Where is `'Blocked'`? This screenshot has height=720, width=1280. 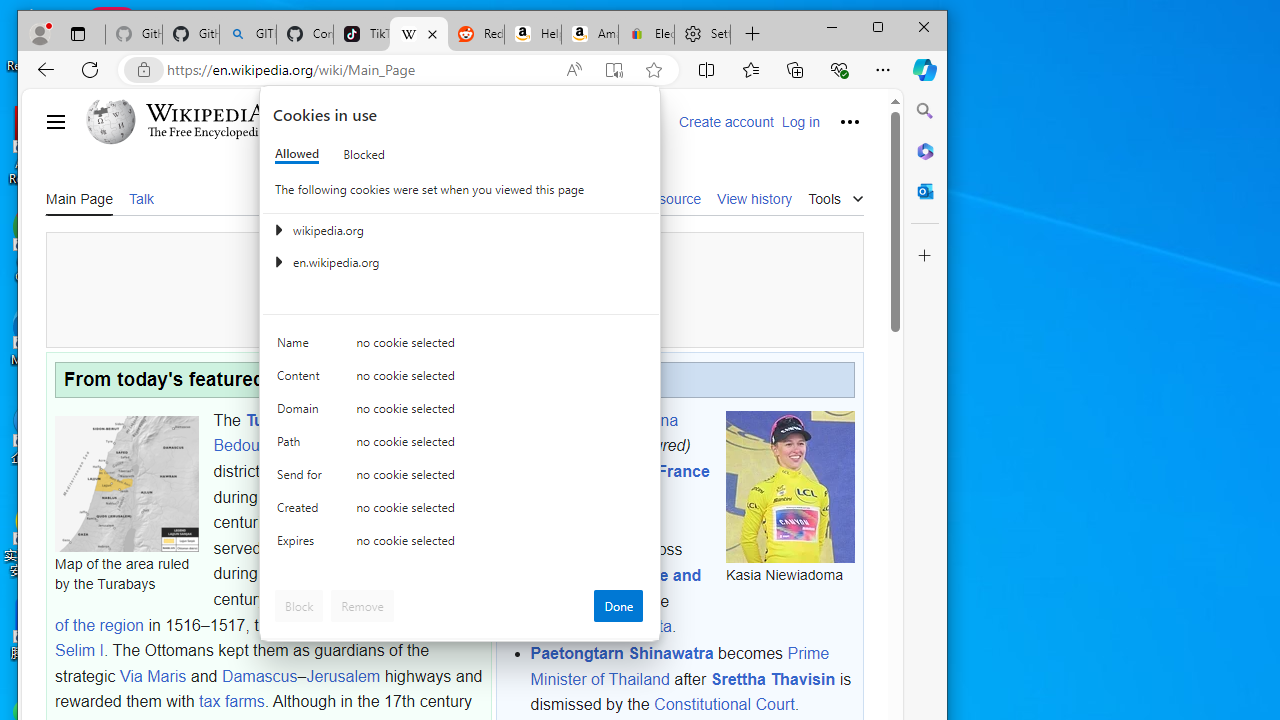
'Blocked' is located at coordinates (364, 153).